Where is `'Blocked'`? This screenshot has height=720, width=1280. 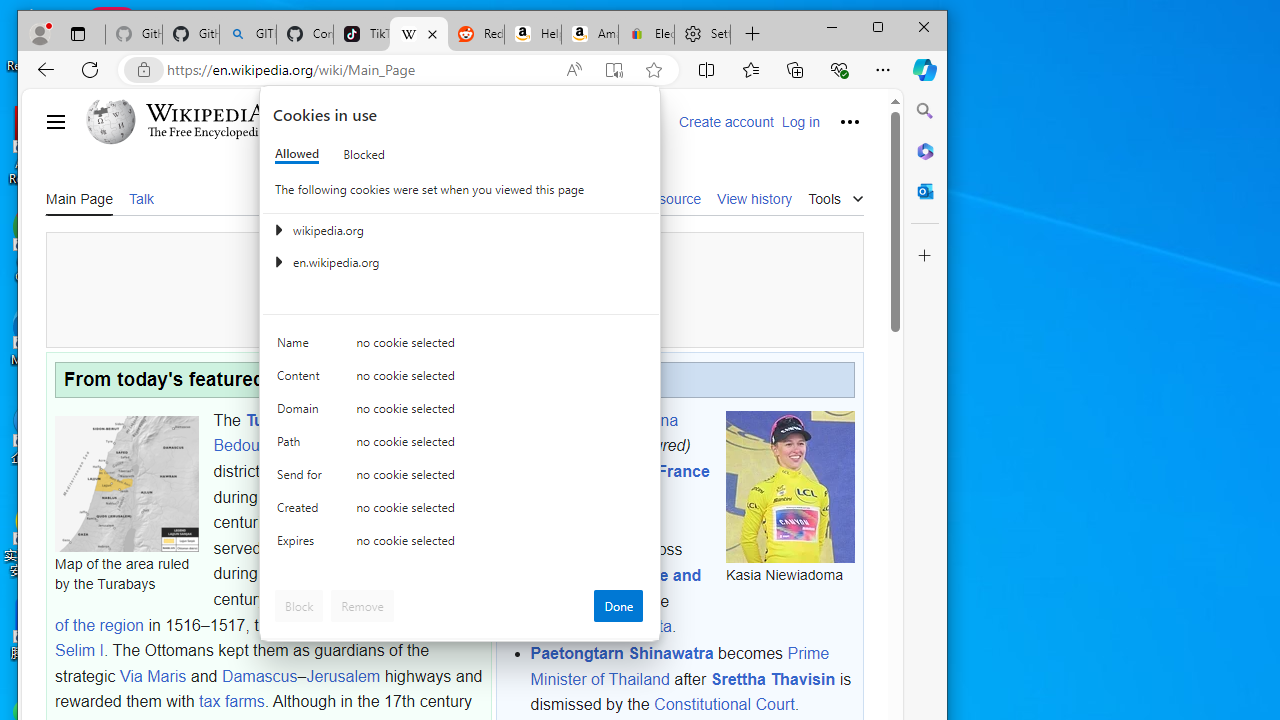
'Blocked' is located at coordinates (364, 153).